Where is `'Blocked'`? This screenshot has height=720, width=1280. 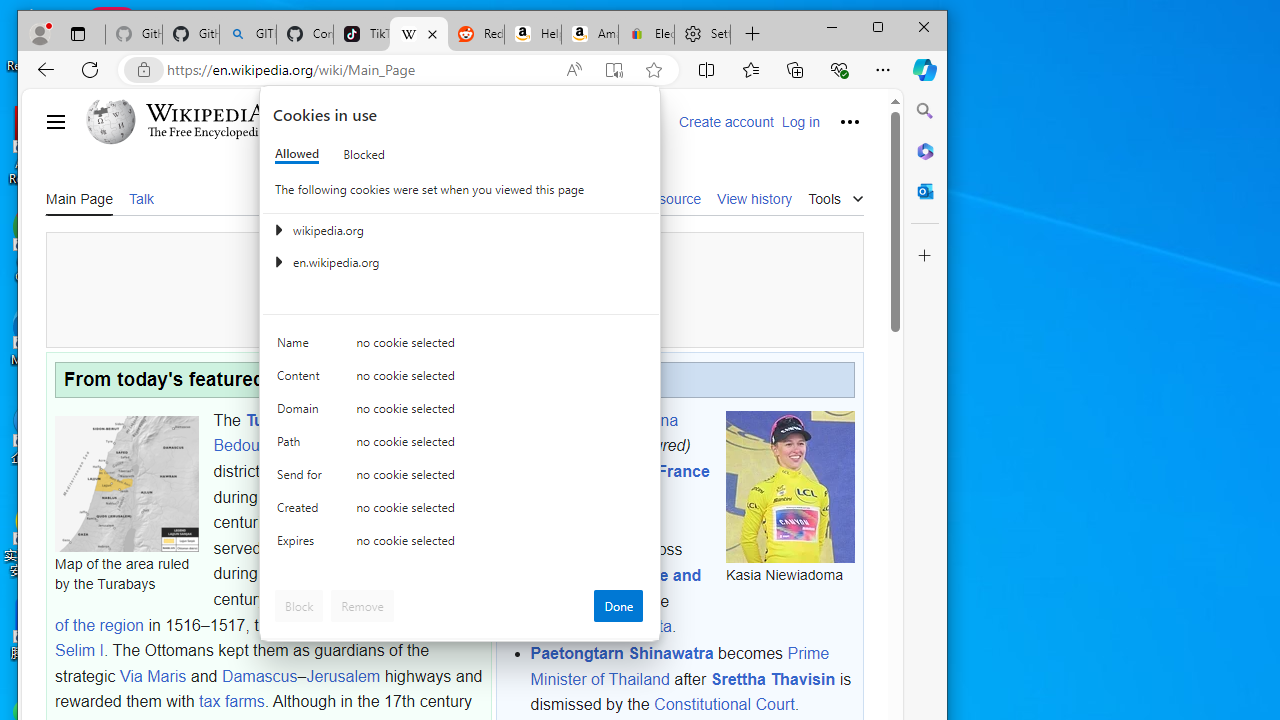
'Blocked' is located at coordinates (364, 153).